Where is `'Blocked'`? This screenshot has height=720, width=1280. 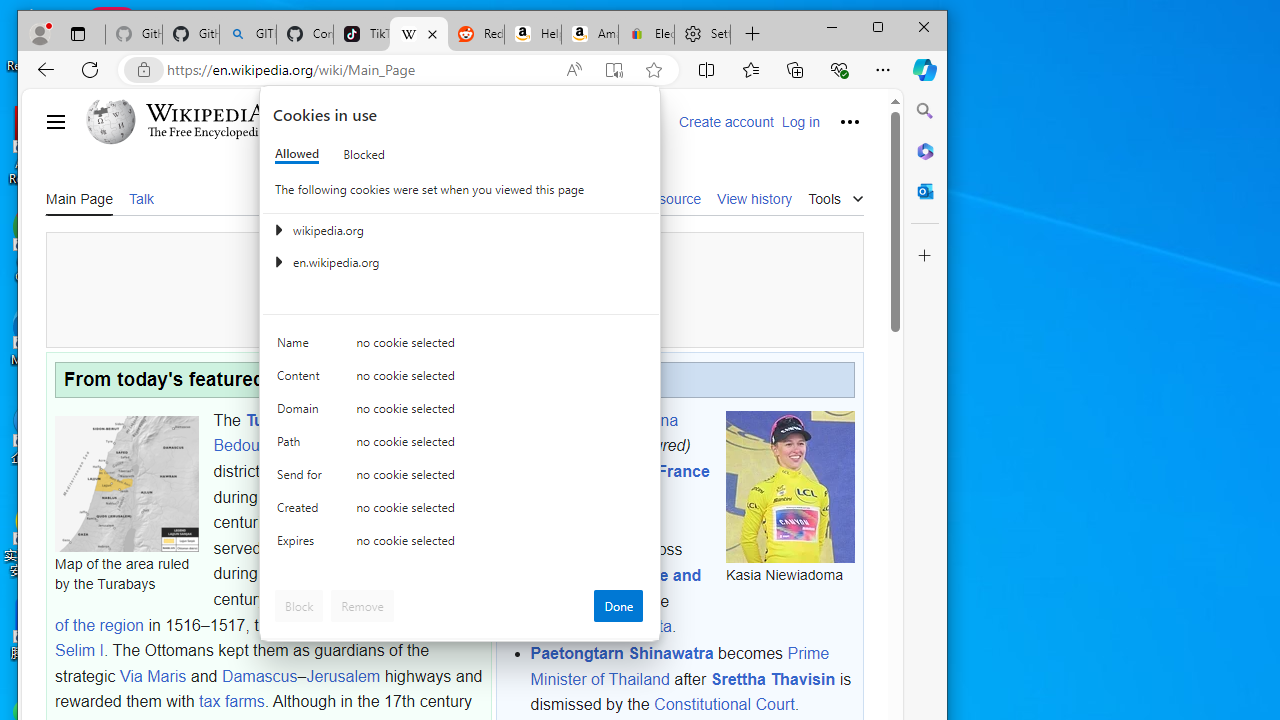
'Blocked' is located at coordinates (364, 153).